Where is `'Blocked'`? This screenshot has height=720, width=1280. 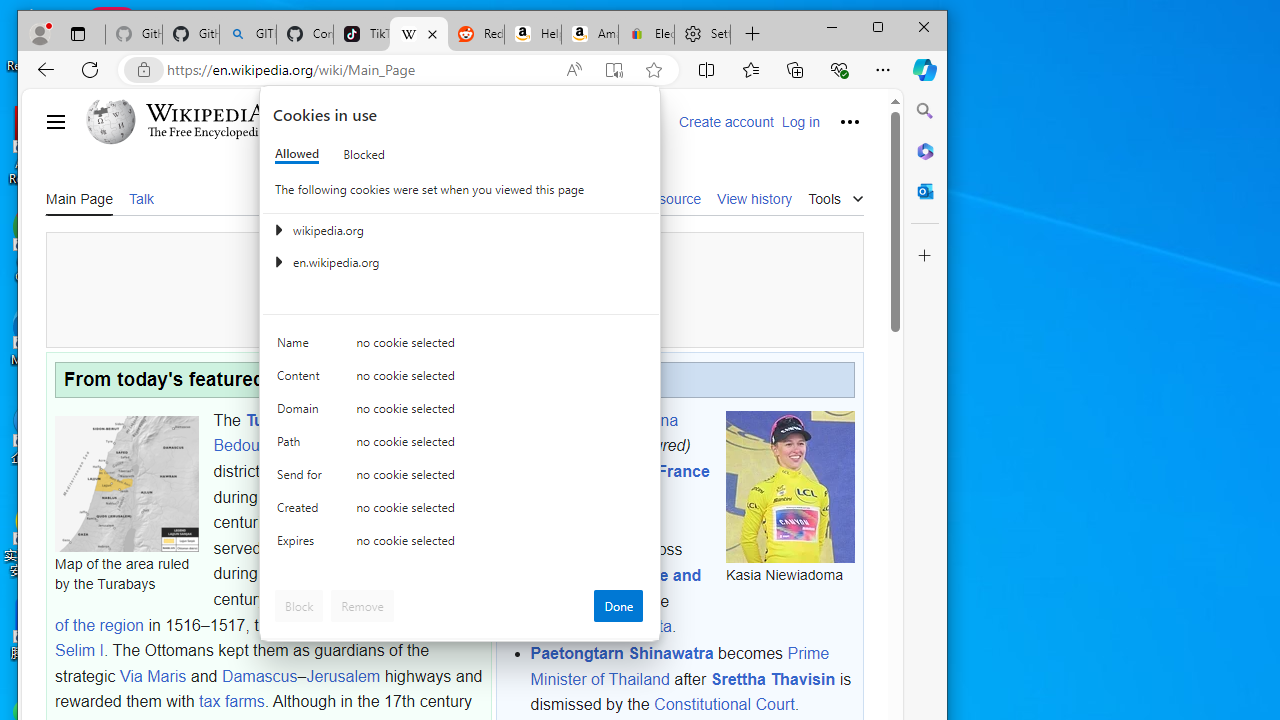
'Blocked' is located at coordinates (364, 153).